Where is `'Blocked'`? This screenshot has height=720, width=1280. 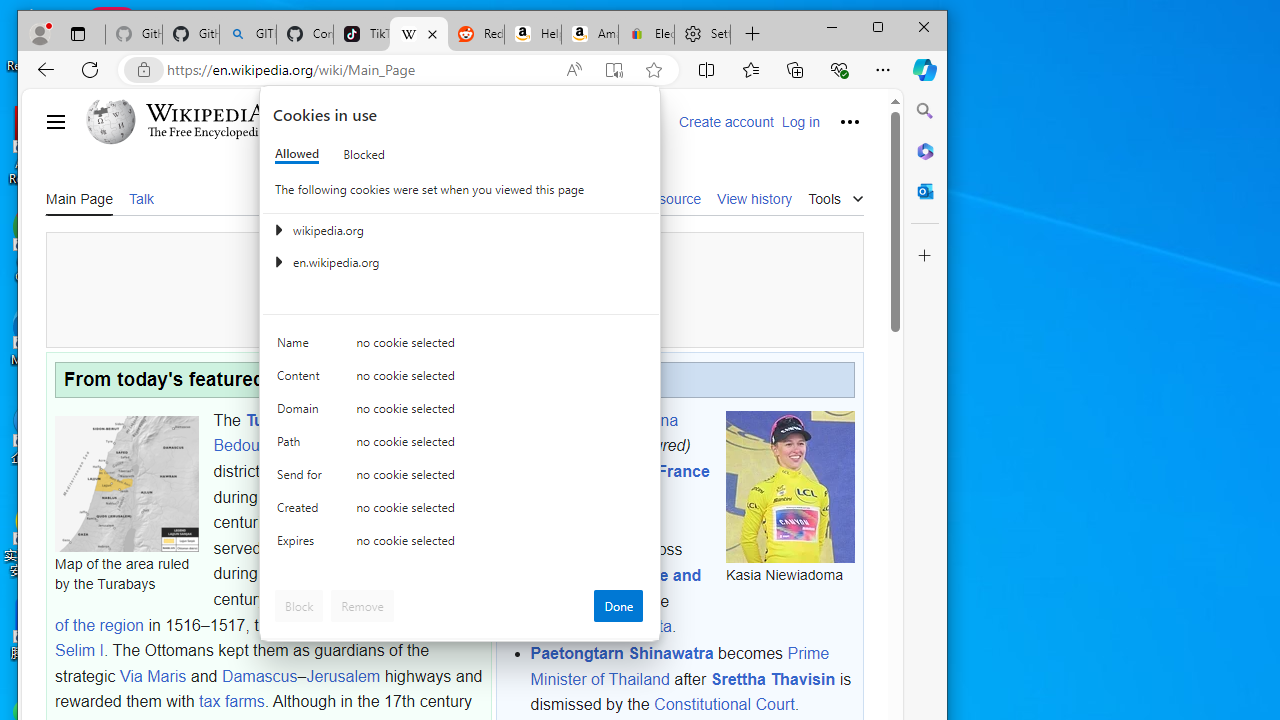
'Blocked' is located at coordinates (364, 153).